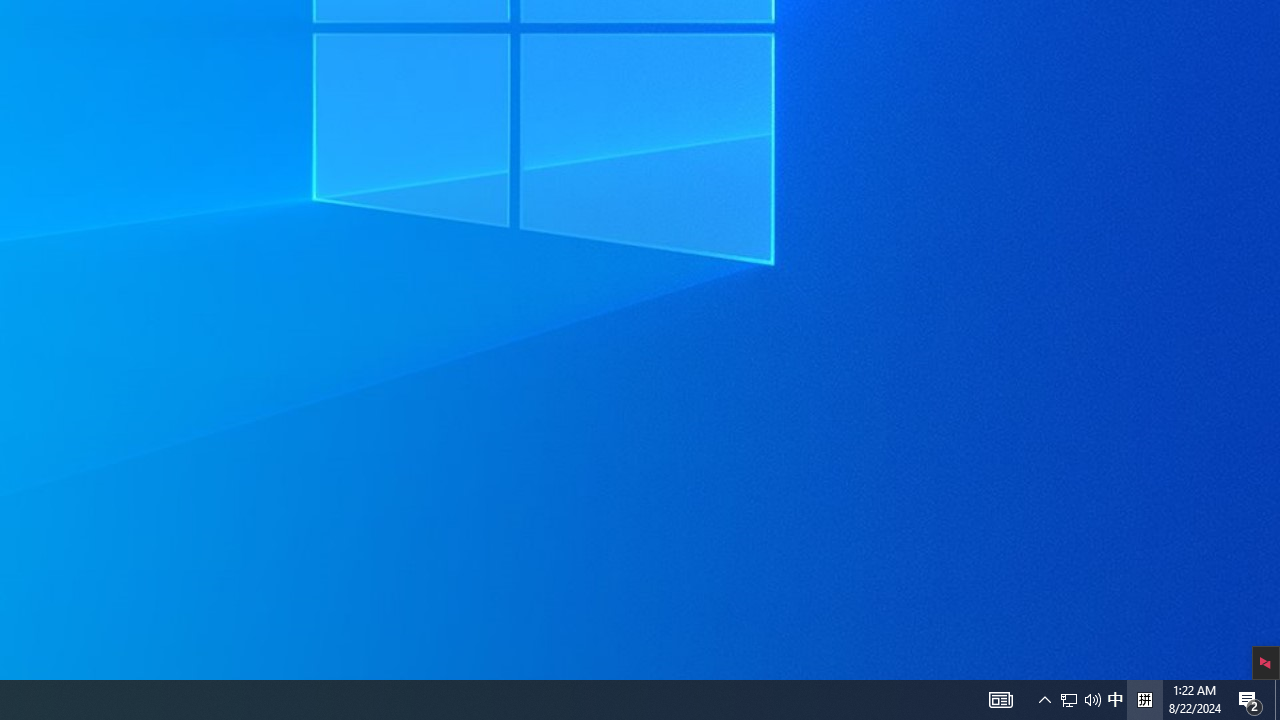  Describe the element at coordinates (1092, 698) in the screenshot. I see `'User Promoted Notification Area'` at that location.